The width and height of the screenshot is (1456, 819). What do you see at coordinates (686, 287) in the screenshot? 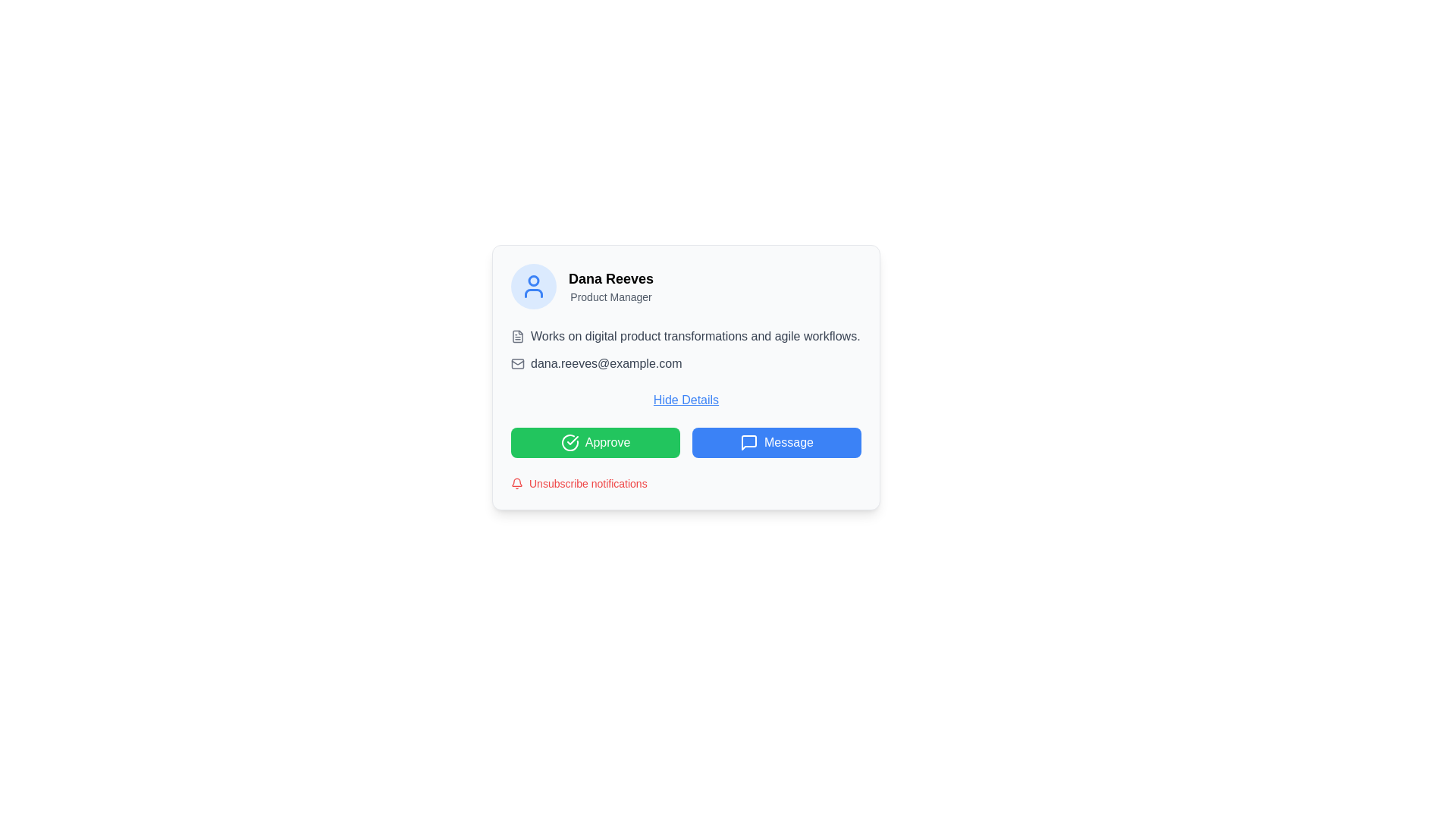
I see `the user's name and title displayed in the user profile located at the top-left of the card, which includes the user's avatar, name, and title` at bounding box center [686, 287].